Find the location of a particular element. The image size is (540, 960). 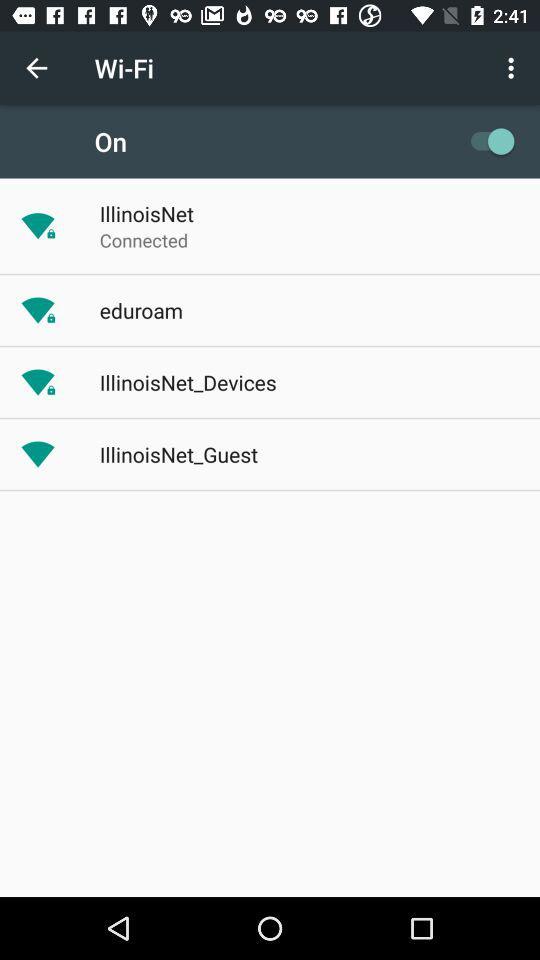

app below connected item is located at coordinates (140, 310).